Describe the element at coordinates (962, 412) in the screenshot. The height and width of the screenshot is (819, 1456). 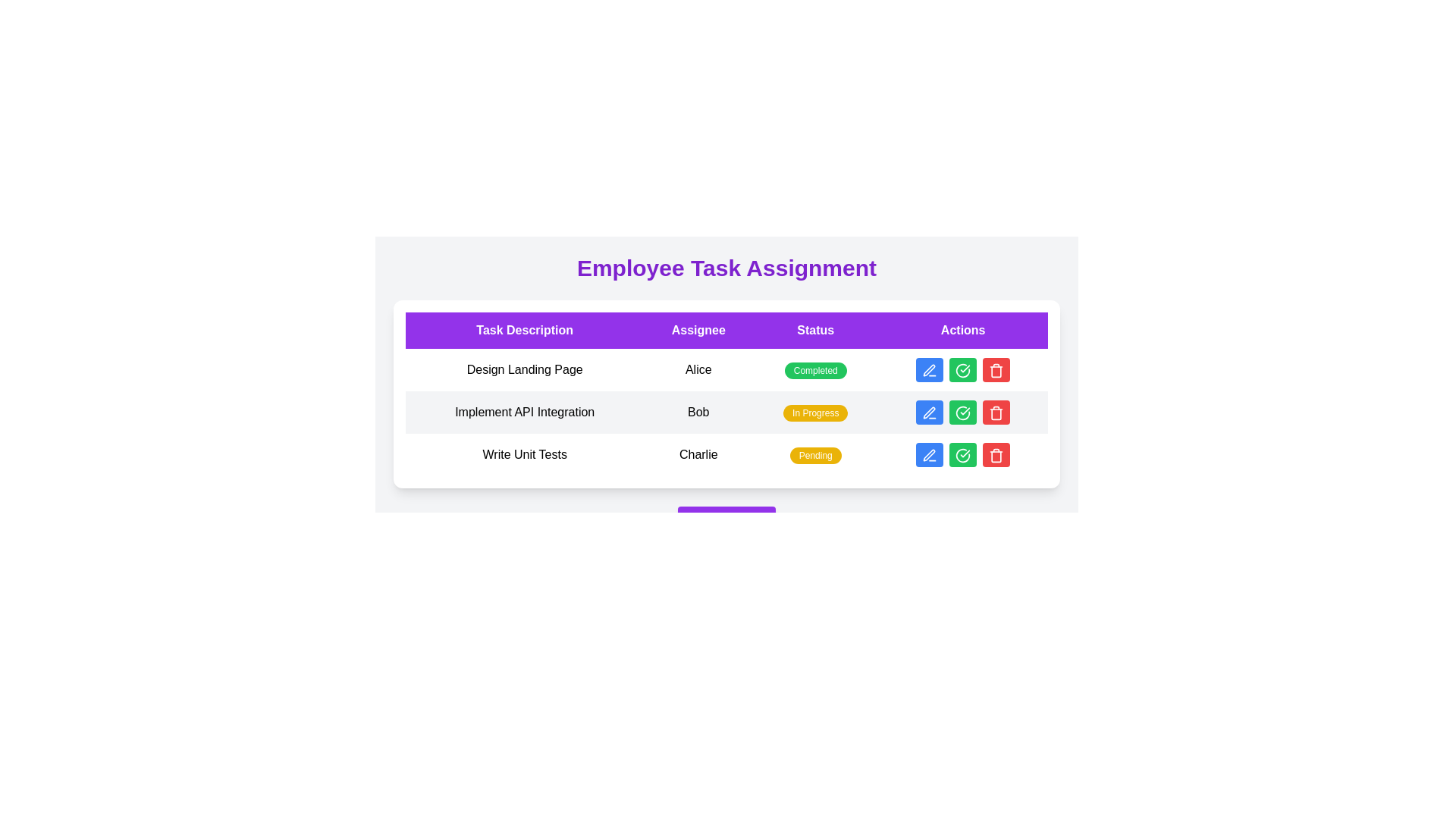
I see `the confirmation icon located in the 'Actions' column of the second row in the table interface` at that location.